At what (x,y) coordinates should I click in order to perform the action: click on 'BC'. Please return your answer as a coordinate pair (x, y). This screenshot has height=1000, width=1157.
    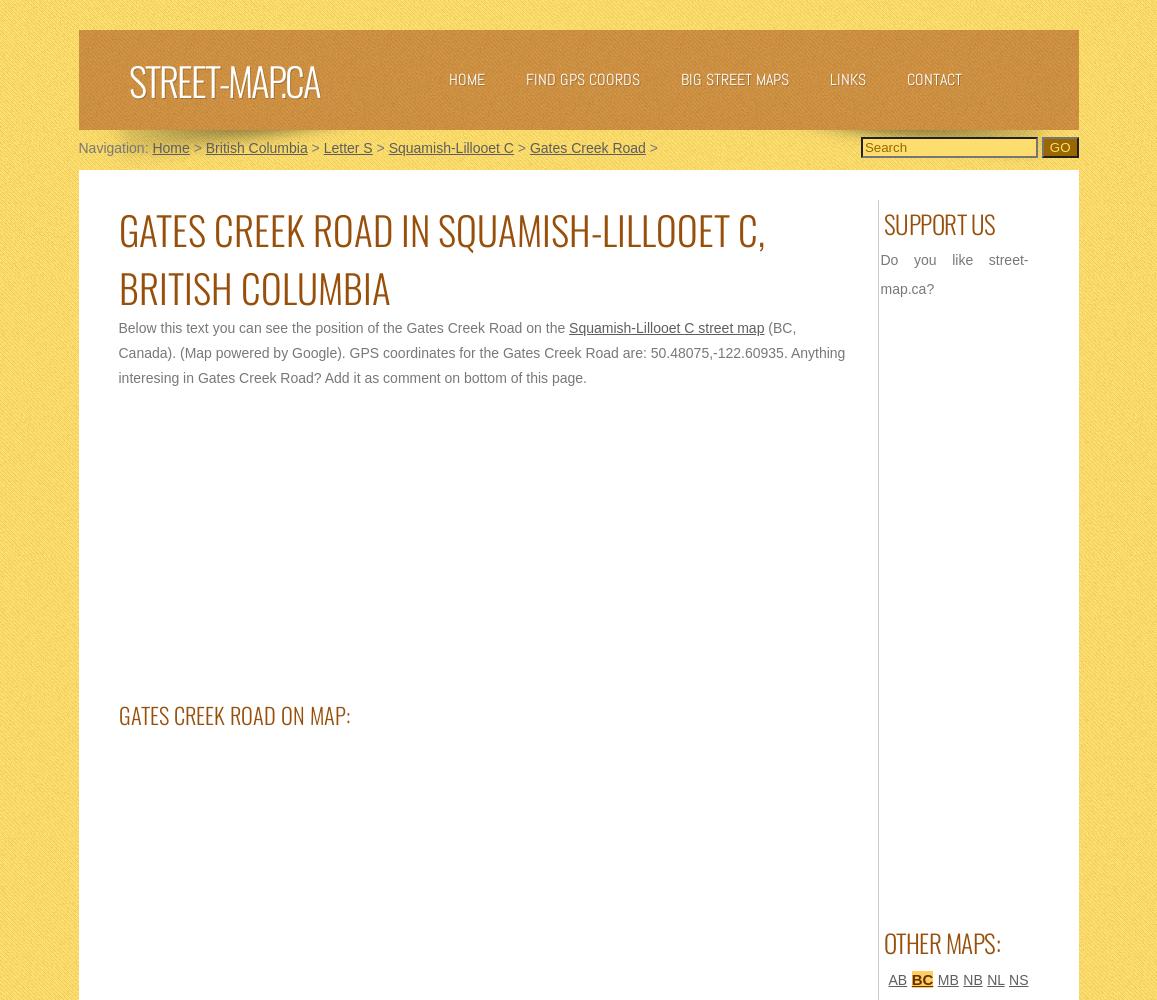
    Looking at the image, I should click on (921, 978).